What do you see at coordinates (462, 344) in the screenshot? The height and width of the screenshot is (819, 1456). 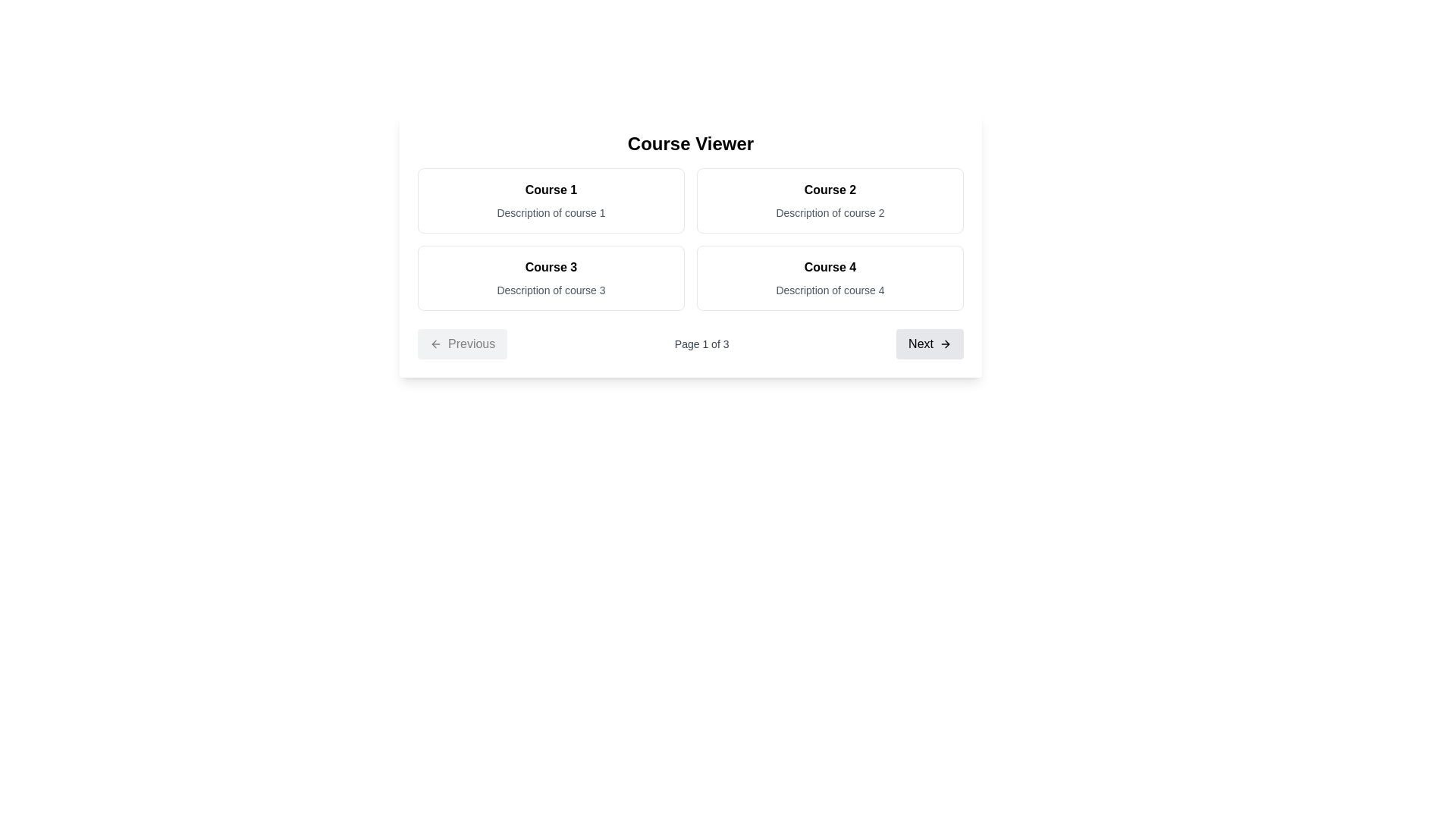 I see `the 'Previous' button located in the navigation bar at the bottom of the interface` at bounding box center [462, 344].